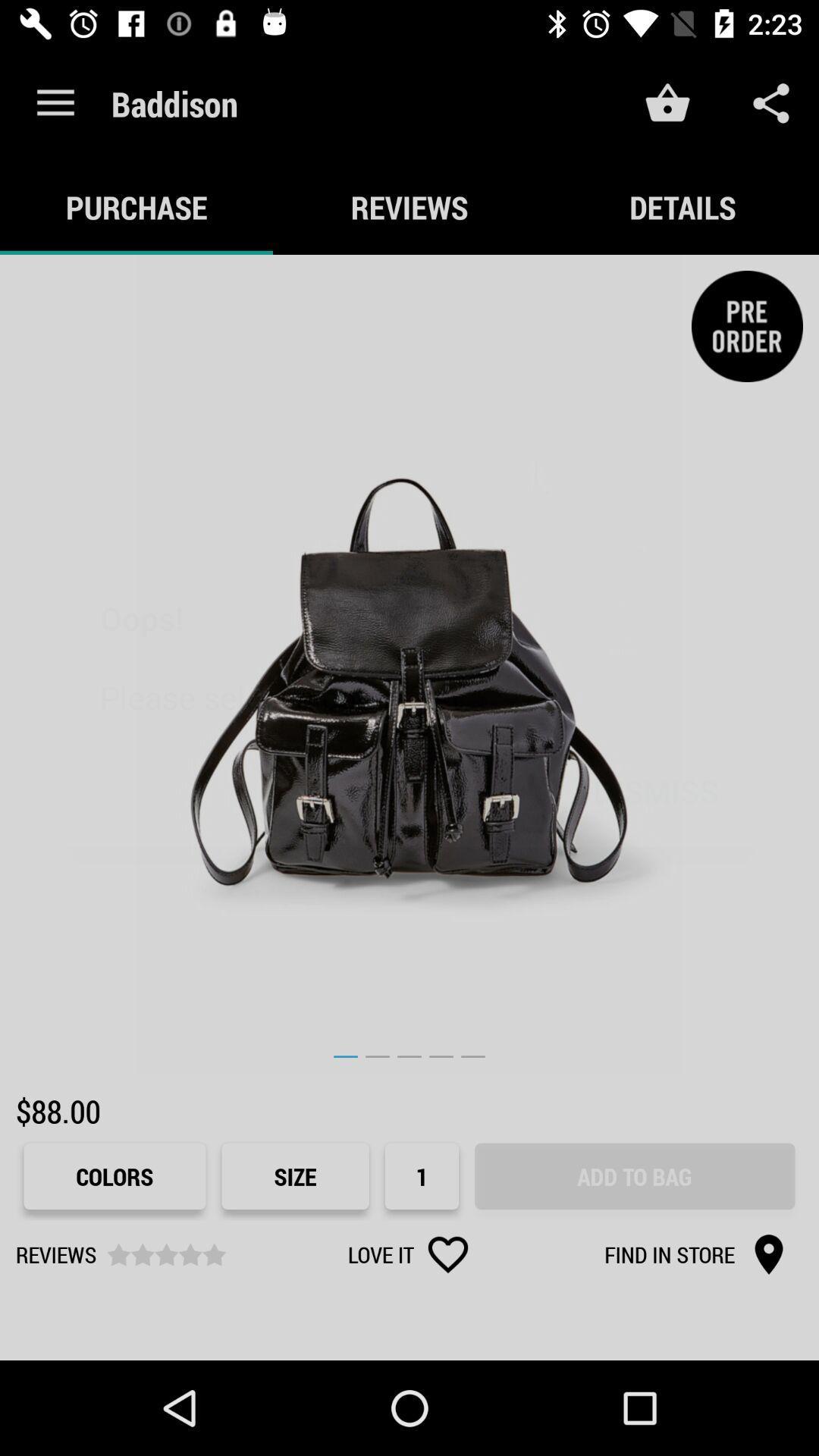  Describe the element at coordinates (422, 1175) in the screenshot. I see `the option next to size` at that location.